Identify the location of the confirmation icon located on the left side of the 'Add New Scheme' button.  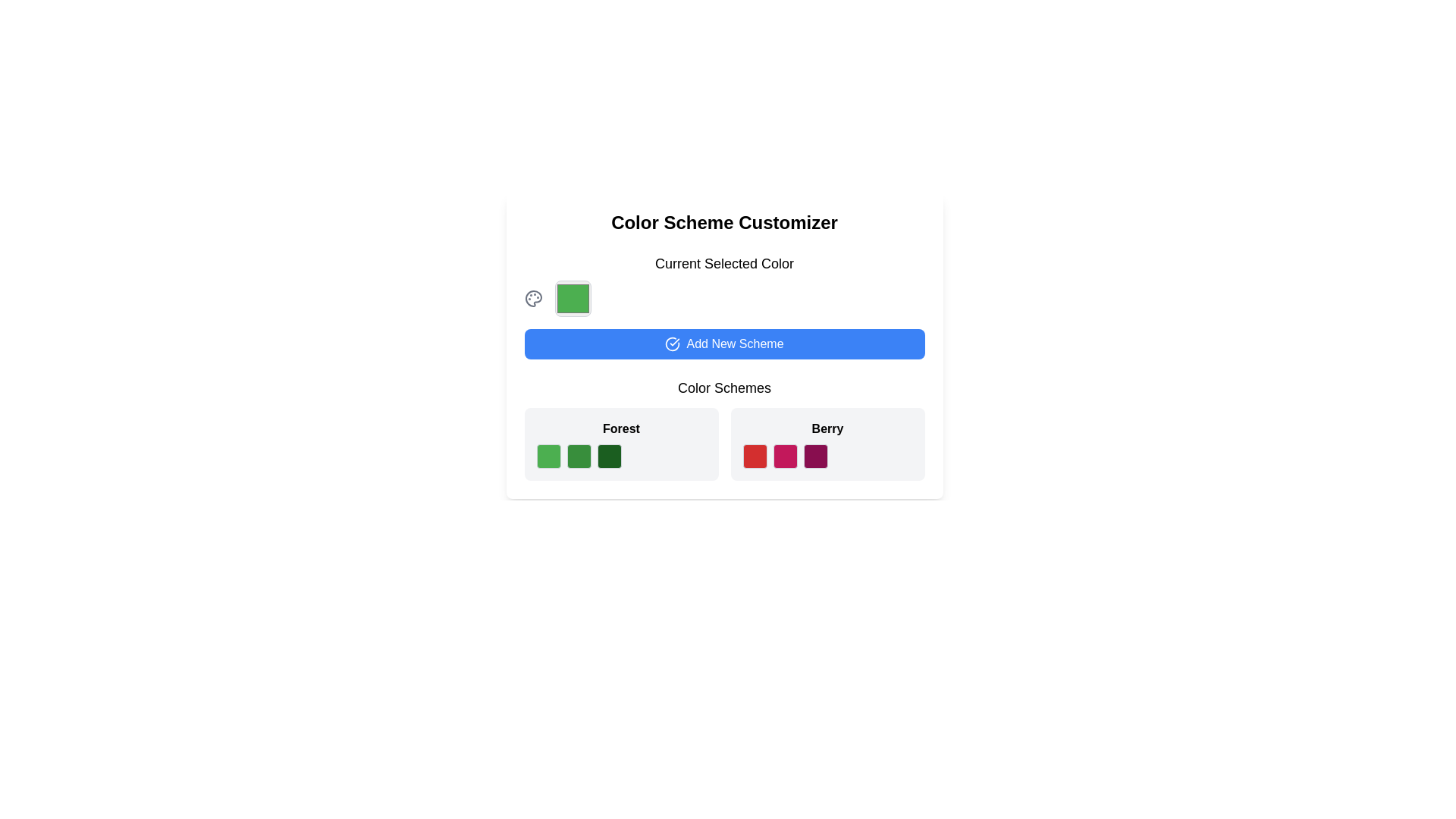
(672, 344).